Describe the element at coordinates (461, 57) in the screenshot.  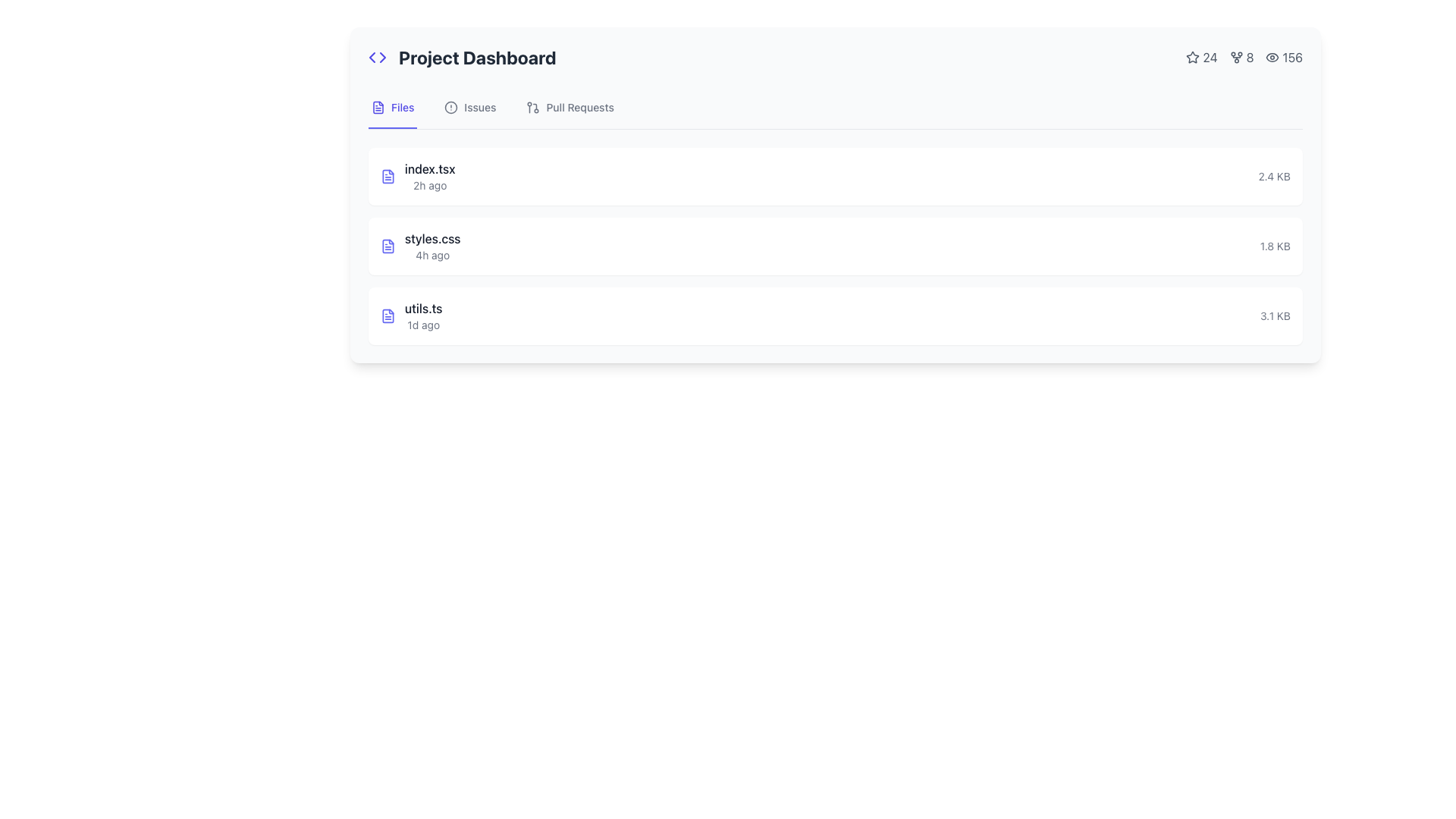
I see `the text label that serves as the title for the current project's dashboard, located in the top-left quadrant of the page` at that location.